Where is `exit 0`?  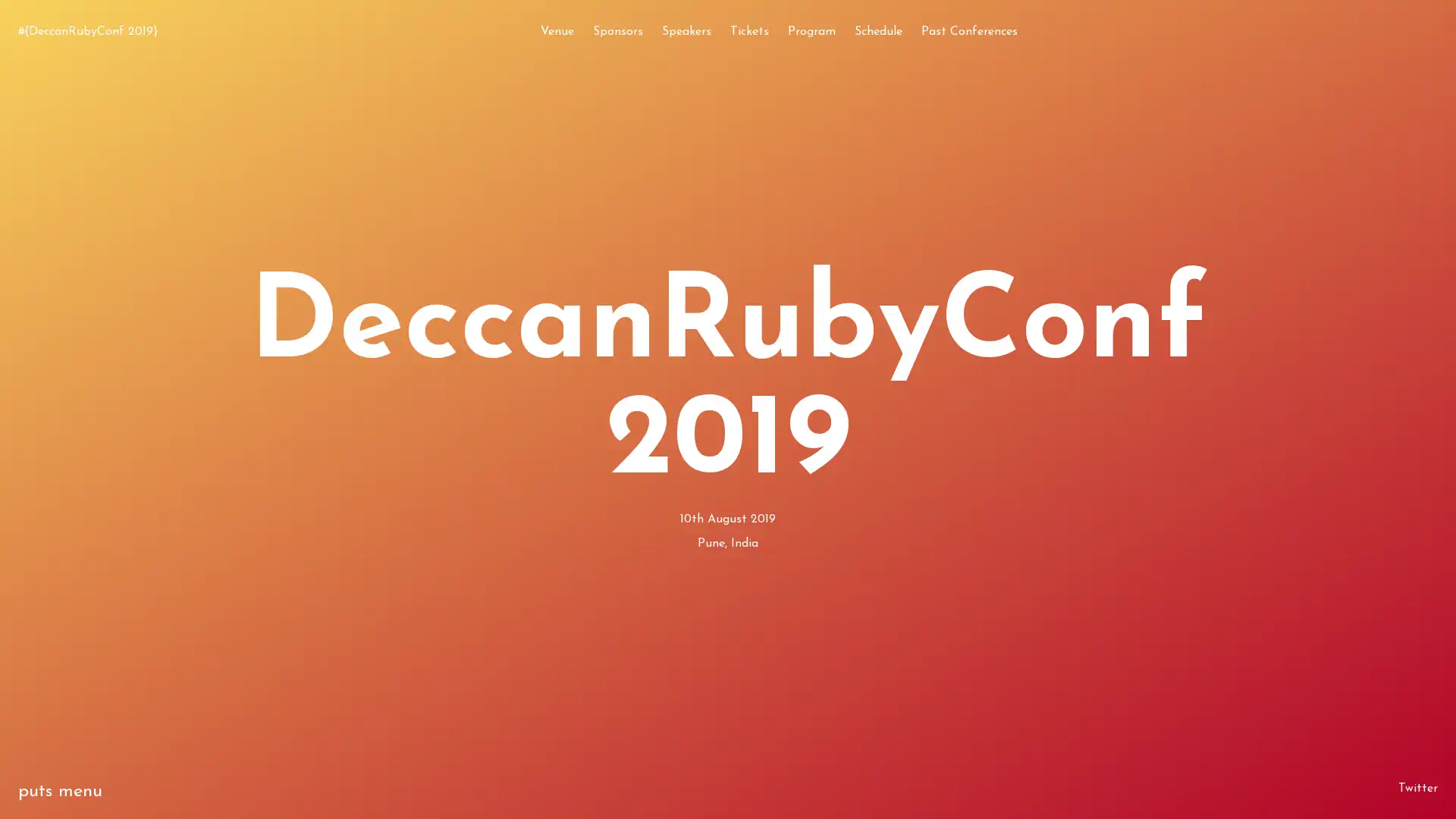
exit 0 is located at coordinates (45, 741).